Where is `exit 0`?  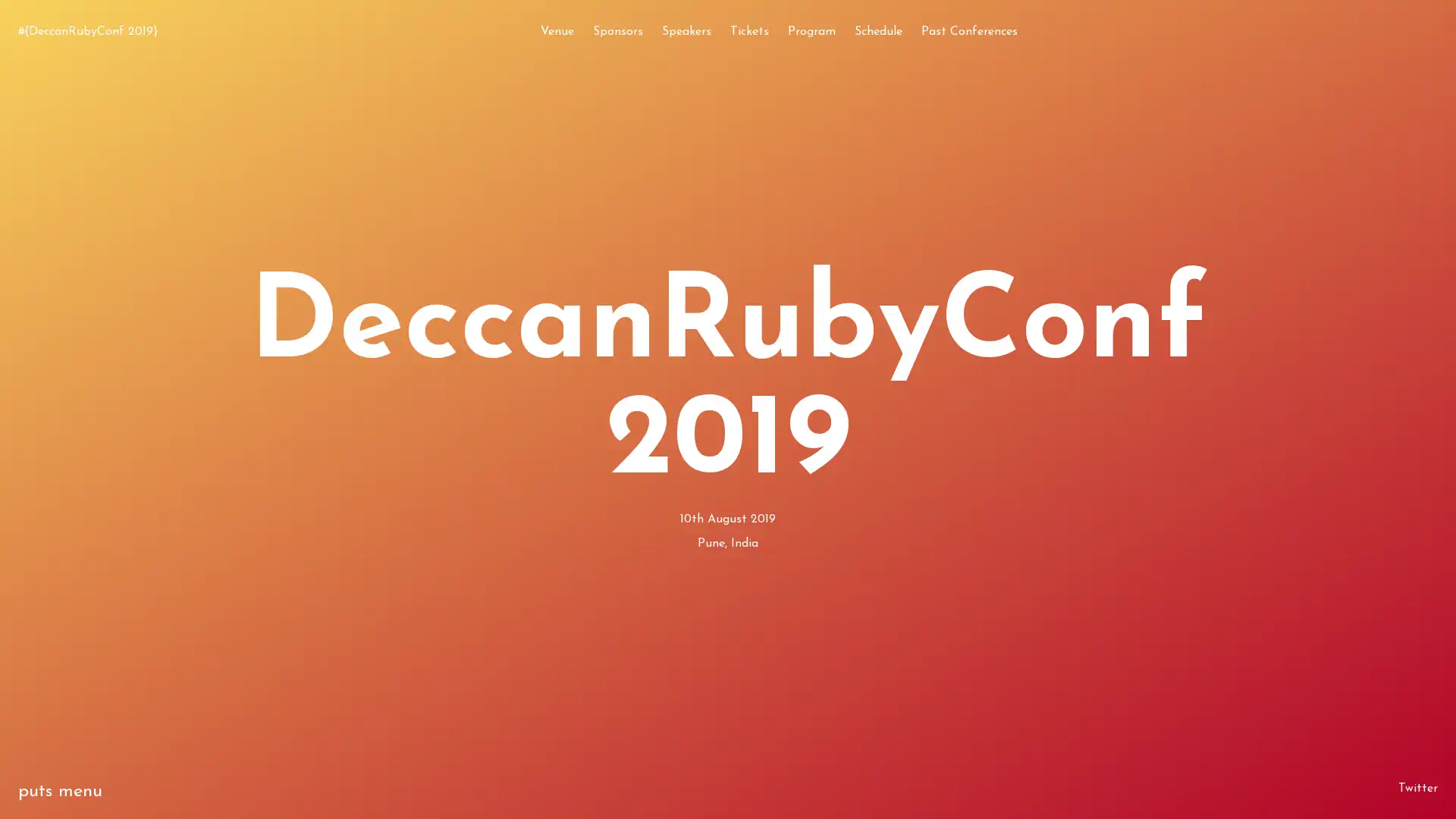
exit 0 is located at coordinates (45, 741).